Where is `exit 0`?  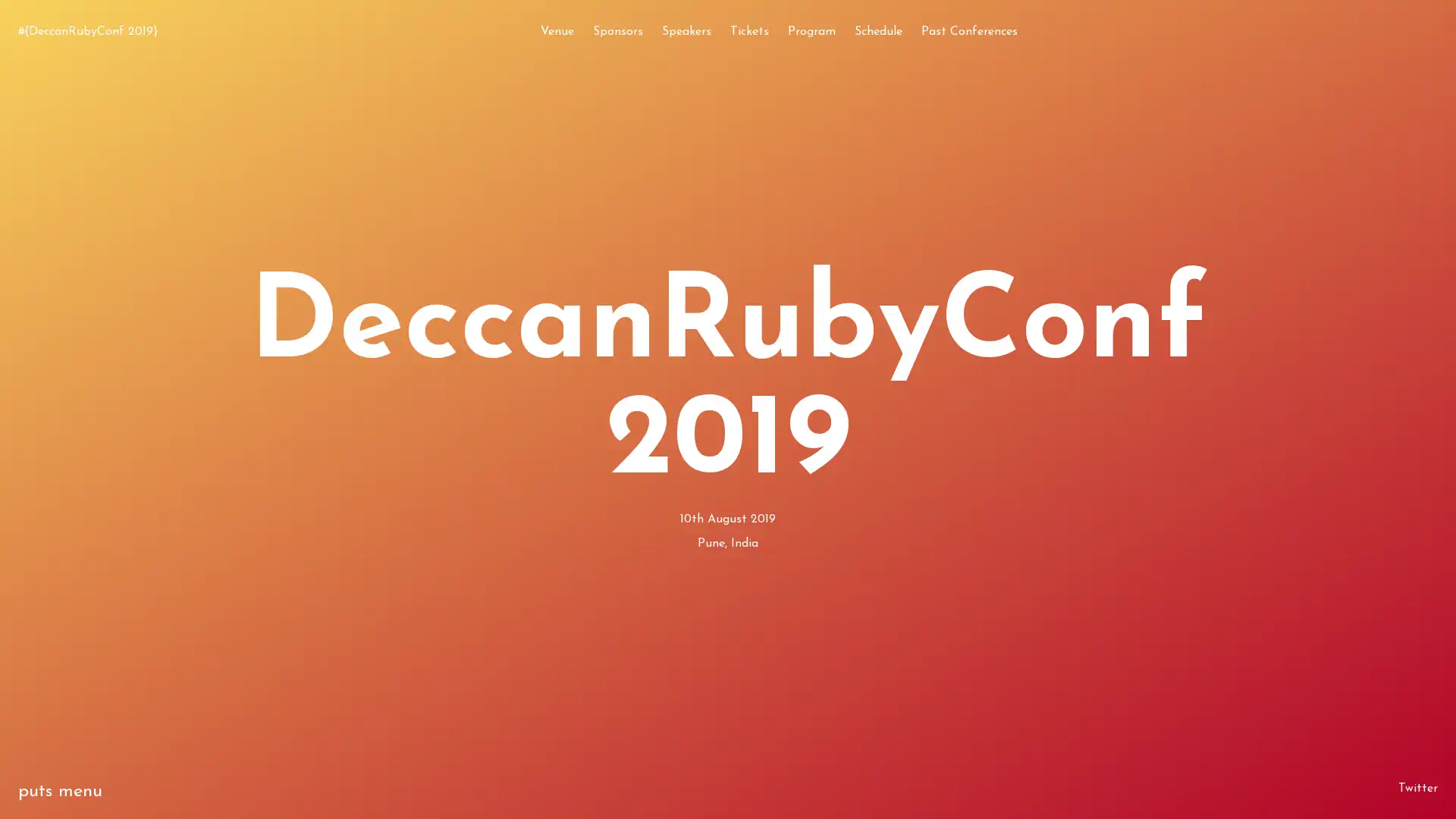
exit 0 is located at coordinates (45, 741).